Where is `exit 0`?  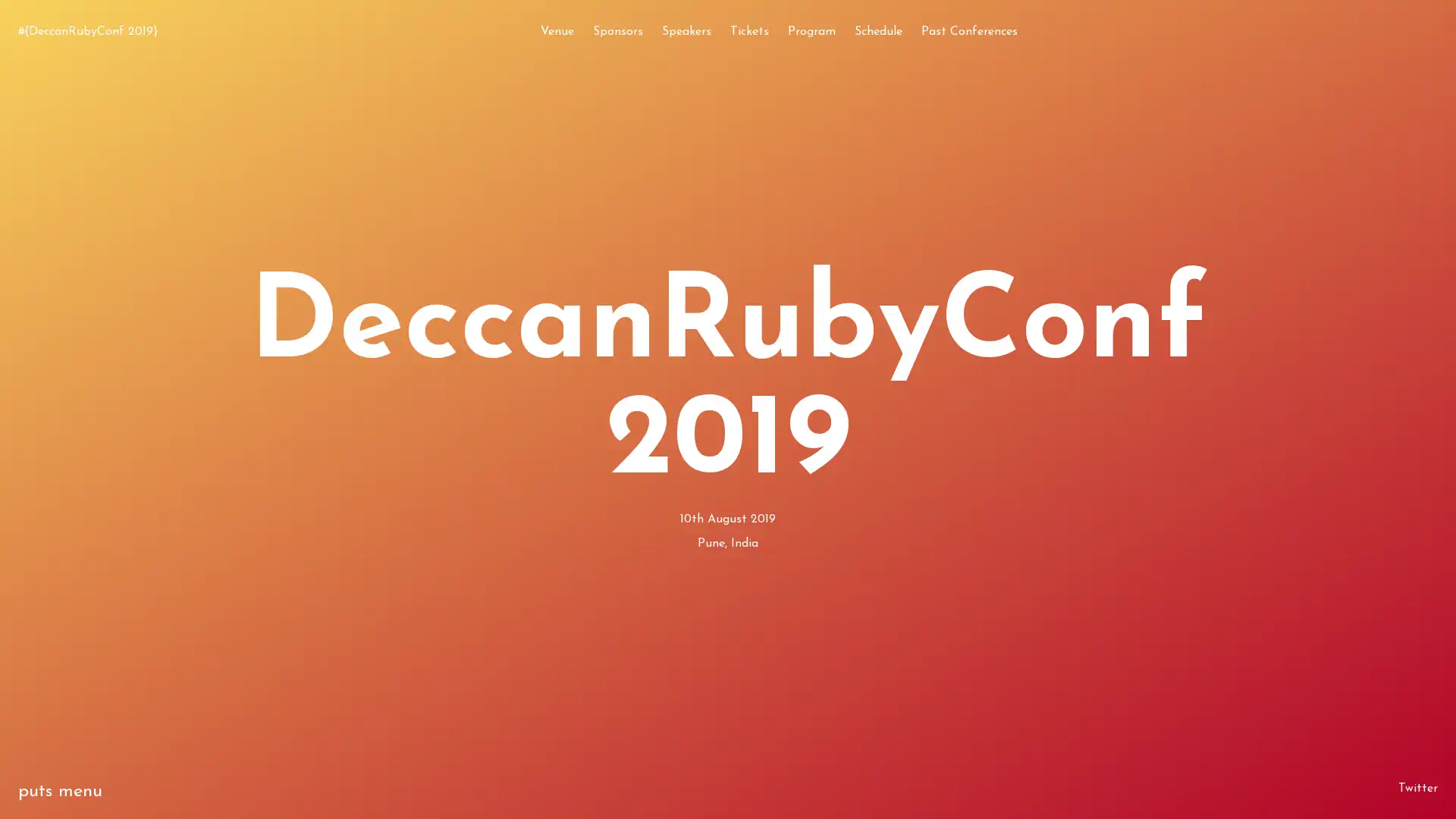
exit 0 is located at coordinates (45, 741).